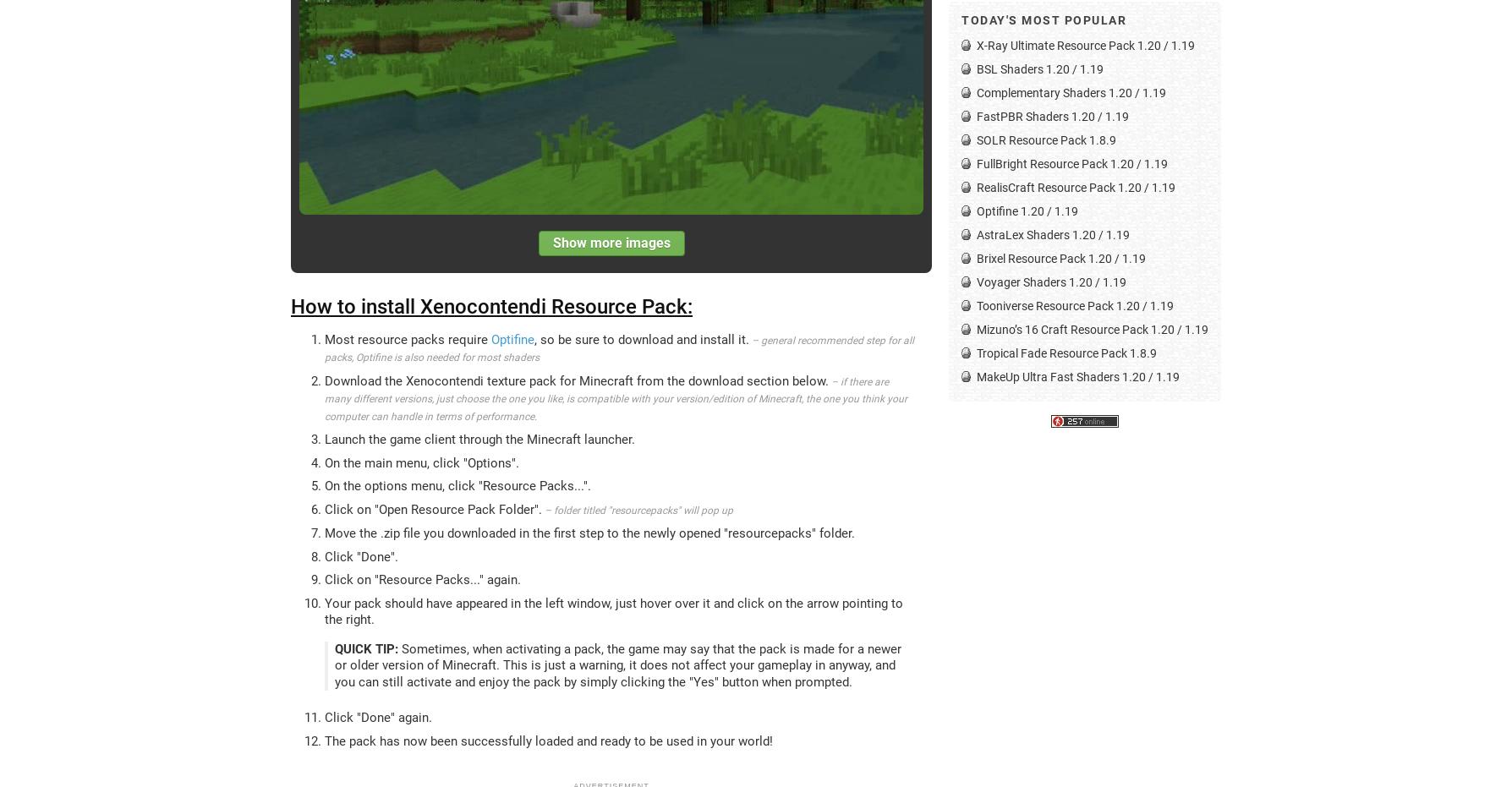 The height and width of the screenshot is (787, 1512). I want to click on 'On the options menu, click "Resource Packs...".', so click(457, 484).